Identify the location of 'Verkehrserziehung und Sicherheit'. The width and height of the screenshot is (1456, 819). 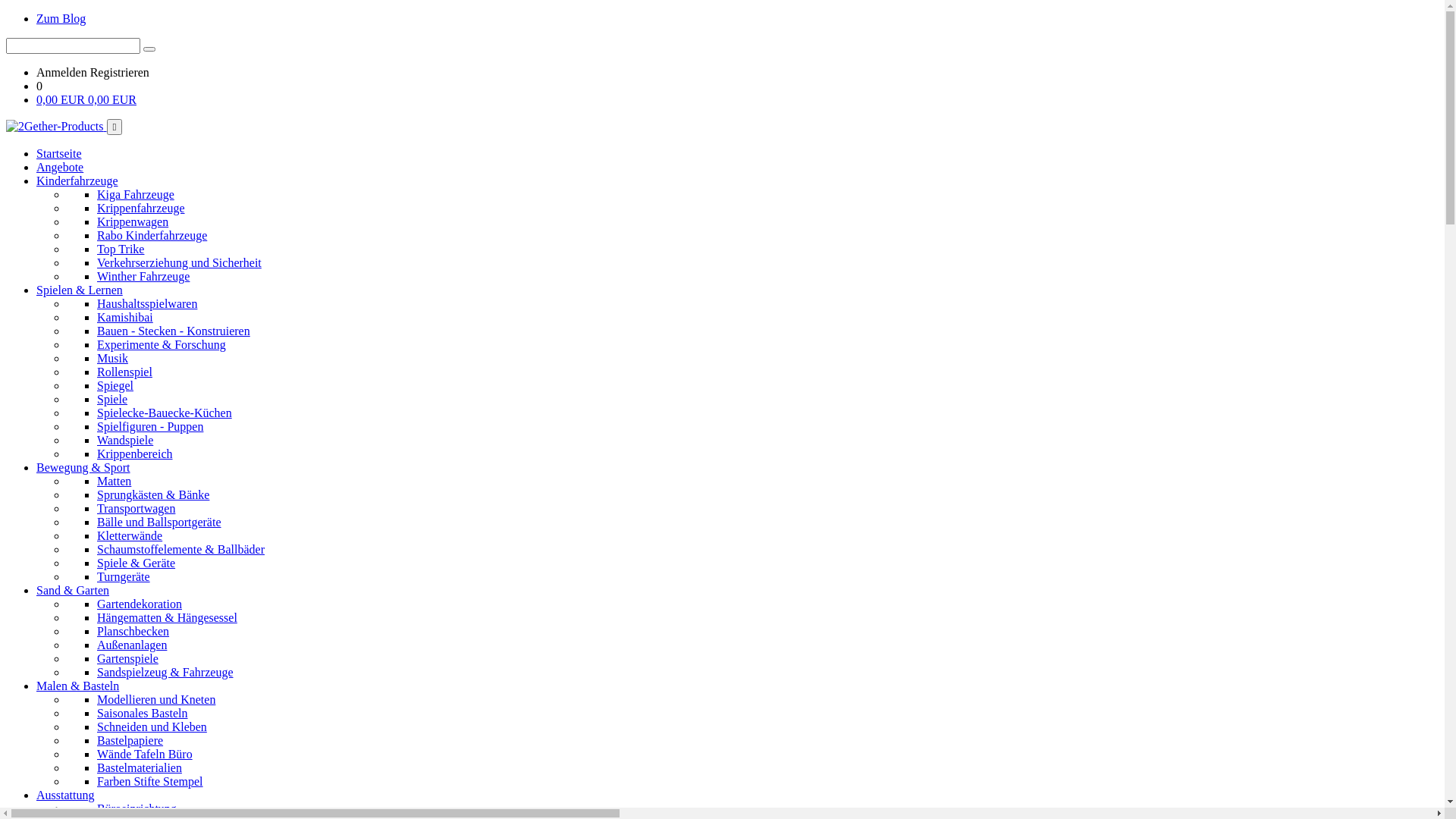
(179, 262).